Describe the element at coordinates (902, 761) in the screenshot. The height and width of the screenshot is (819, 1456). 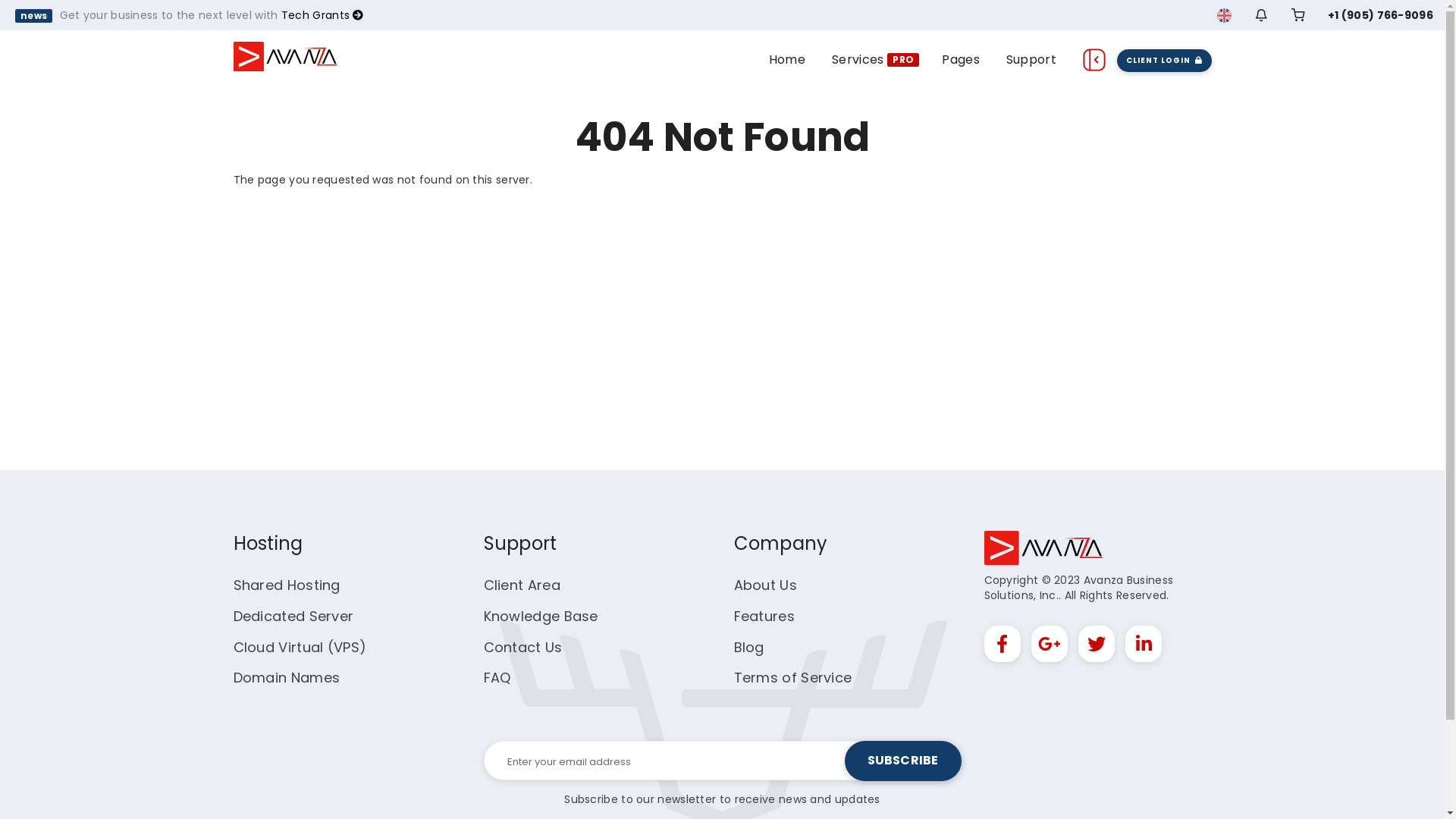
I see `'SUBSCRIBE'` at that location.